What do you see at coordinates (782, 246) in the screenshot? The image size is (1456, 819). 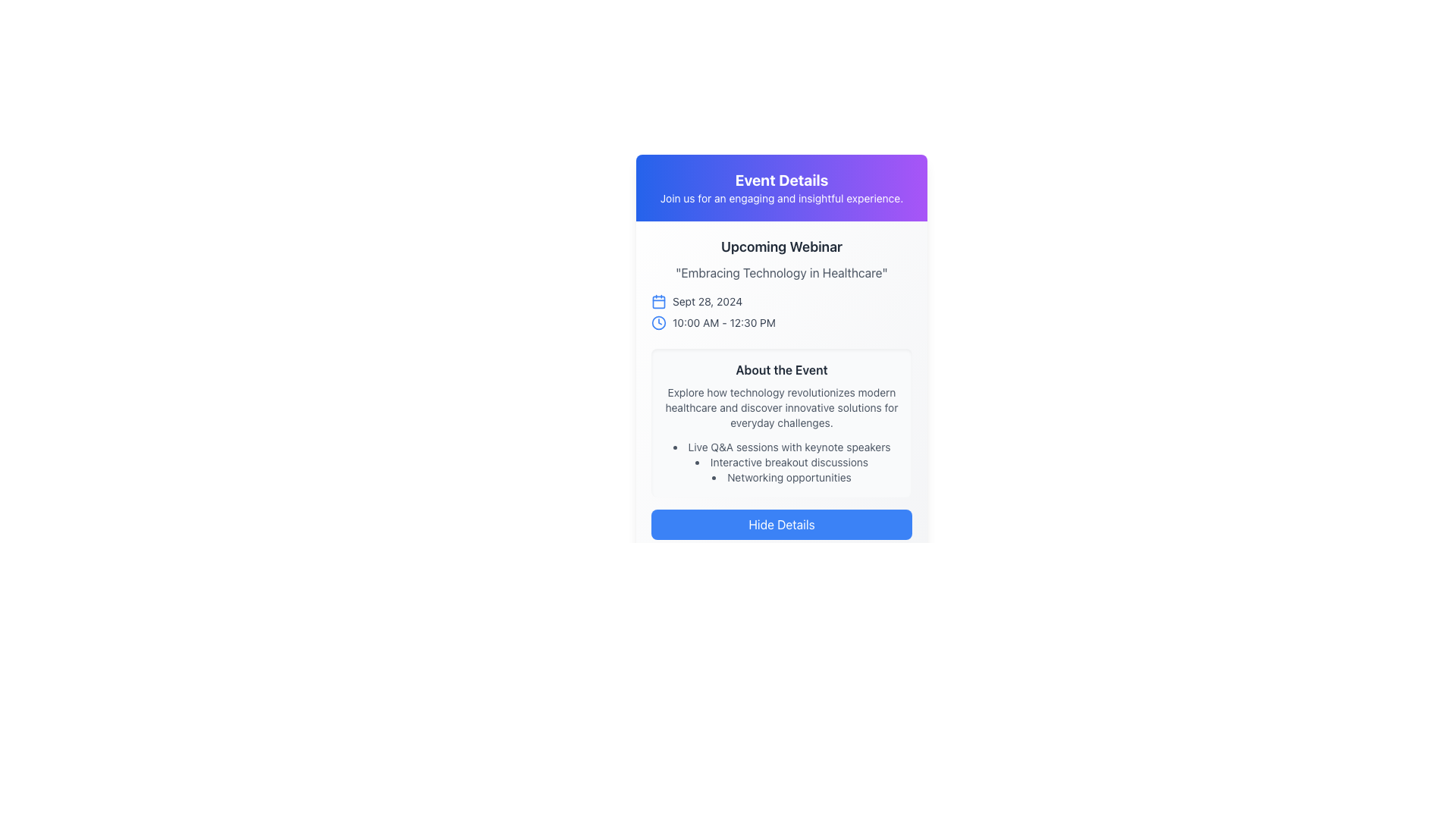 I see `the static text label 'Upcoming Webinar' which is bold and styled in a large font, located at the top of the card layout` at bounding box center [782, 246].